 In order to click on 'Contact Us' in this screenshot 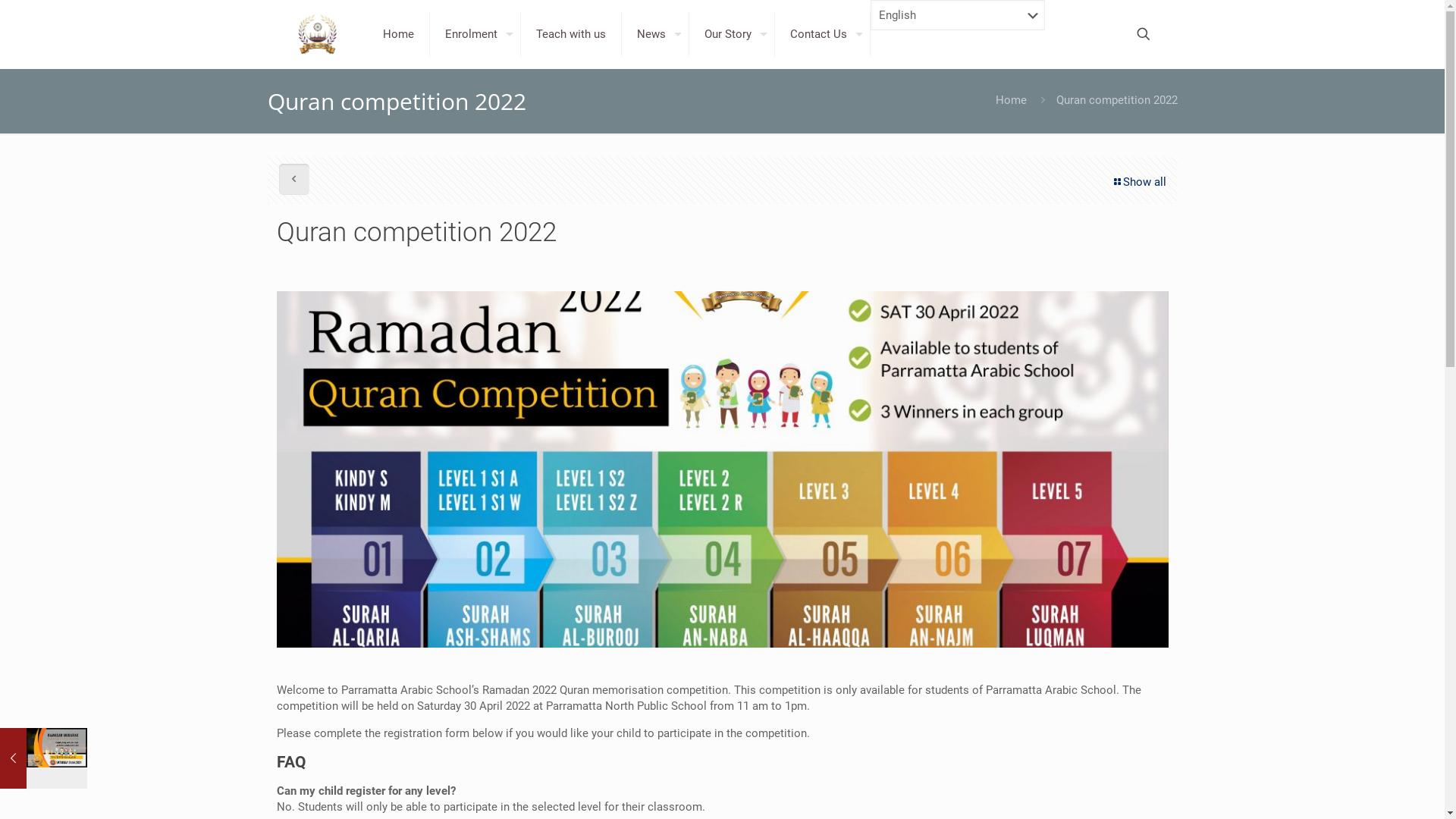, I will do `click(821, 34)`.